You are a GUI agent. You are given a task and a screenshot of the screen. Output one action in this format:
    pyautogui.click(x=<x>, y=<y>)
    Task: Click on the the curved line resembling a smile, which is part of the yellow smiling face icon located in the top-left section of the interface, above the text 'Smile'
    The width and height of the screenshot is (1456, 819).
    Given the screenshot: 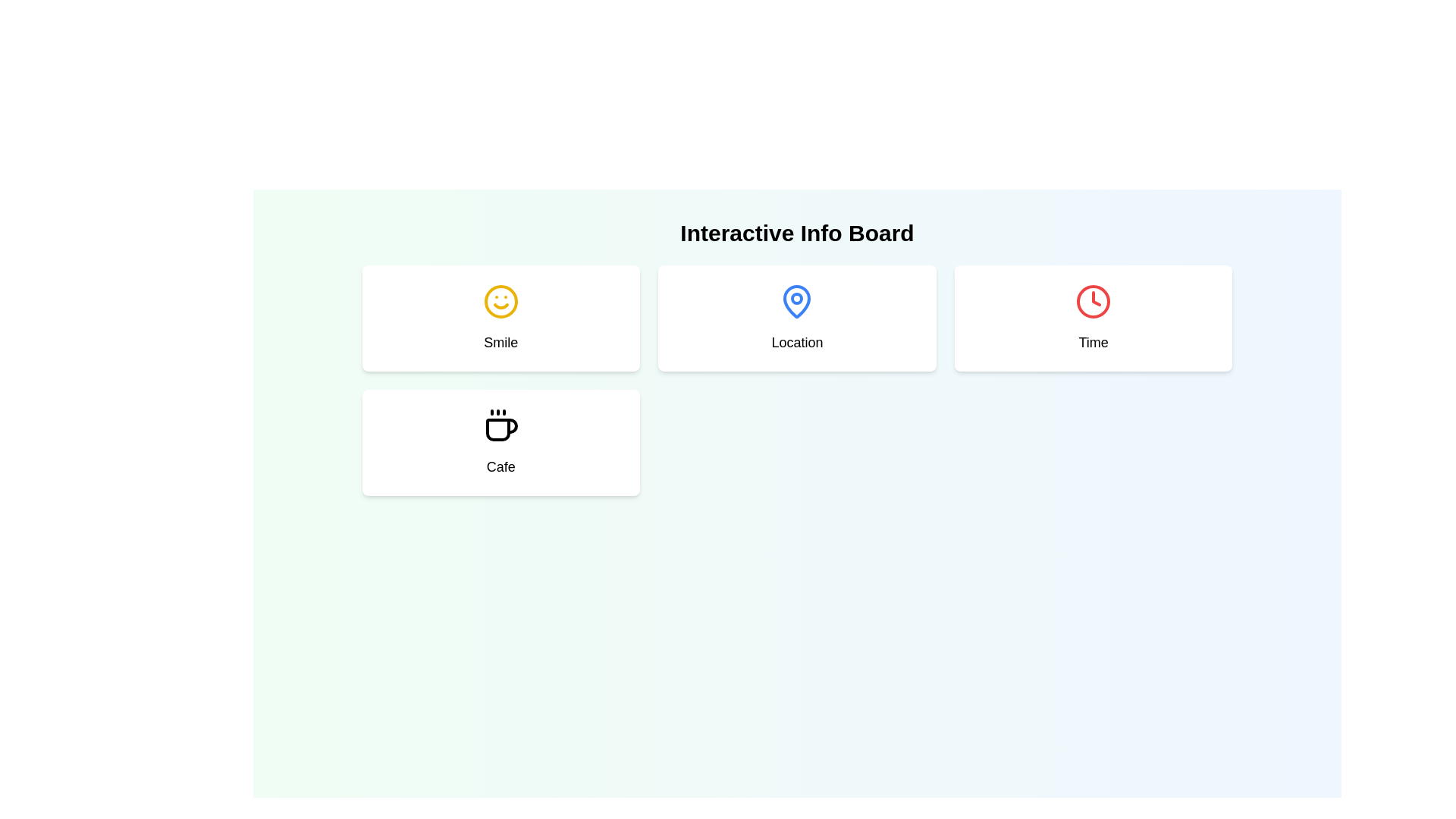 What is the action you would take?
    pyautogui.click(x=500, y=306)
    